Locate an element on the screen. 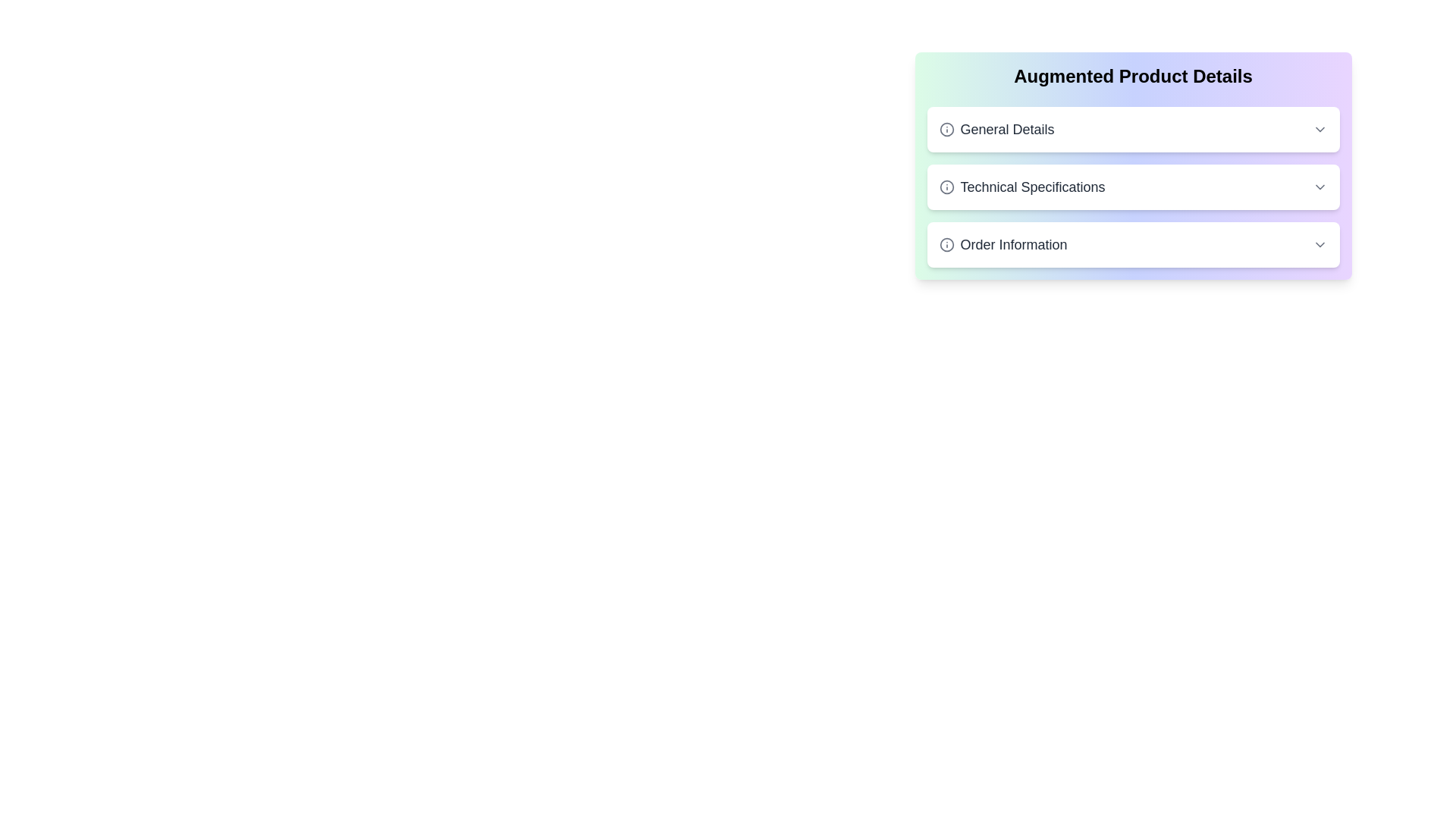  the 'Technical Specifications' Text label which serves as a section title and may toggle additional details is located at coordinates (1022, 186).